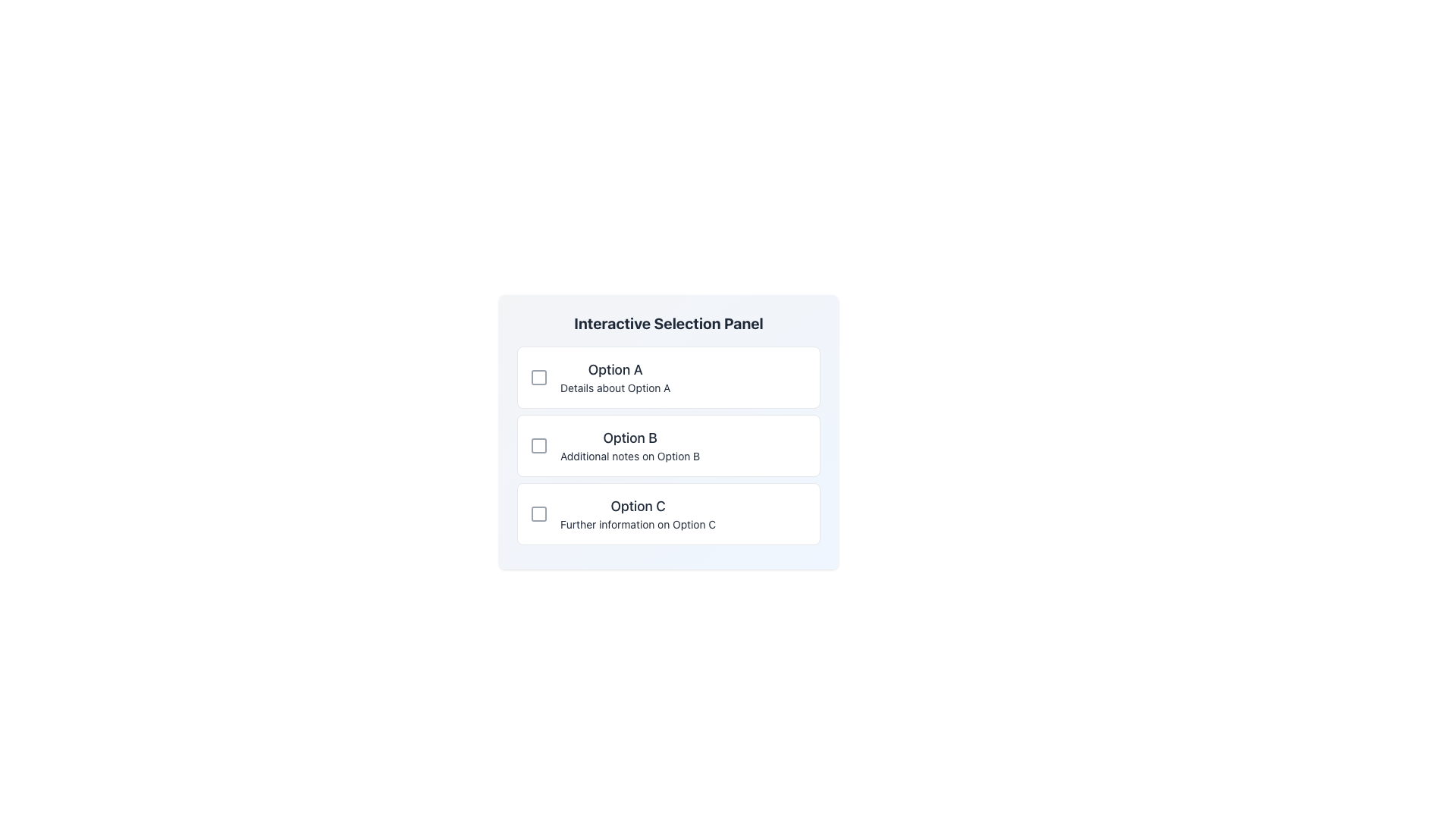 The image size is (1456, 819). What do you see at coordinates (668, 444) in the screenshot?
I see `the Option card titled 'Option B' that contains a checkbox and additional notes, positioned in the center of the selection panel` at bounding box center [668, 444].